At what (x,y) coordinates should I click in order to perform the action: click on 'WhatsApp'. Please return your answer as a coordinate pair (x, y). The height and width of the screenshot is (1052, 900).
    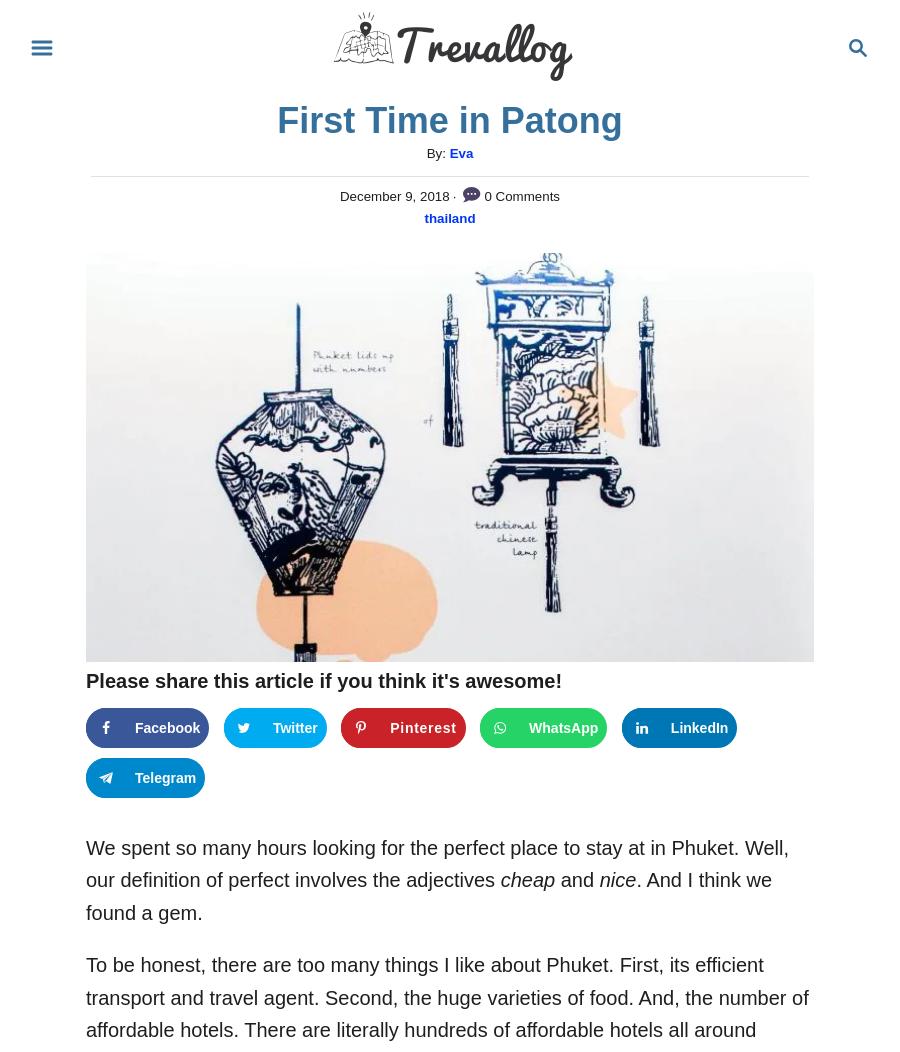
    Looking at the image, I should click on (562, 727).